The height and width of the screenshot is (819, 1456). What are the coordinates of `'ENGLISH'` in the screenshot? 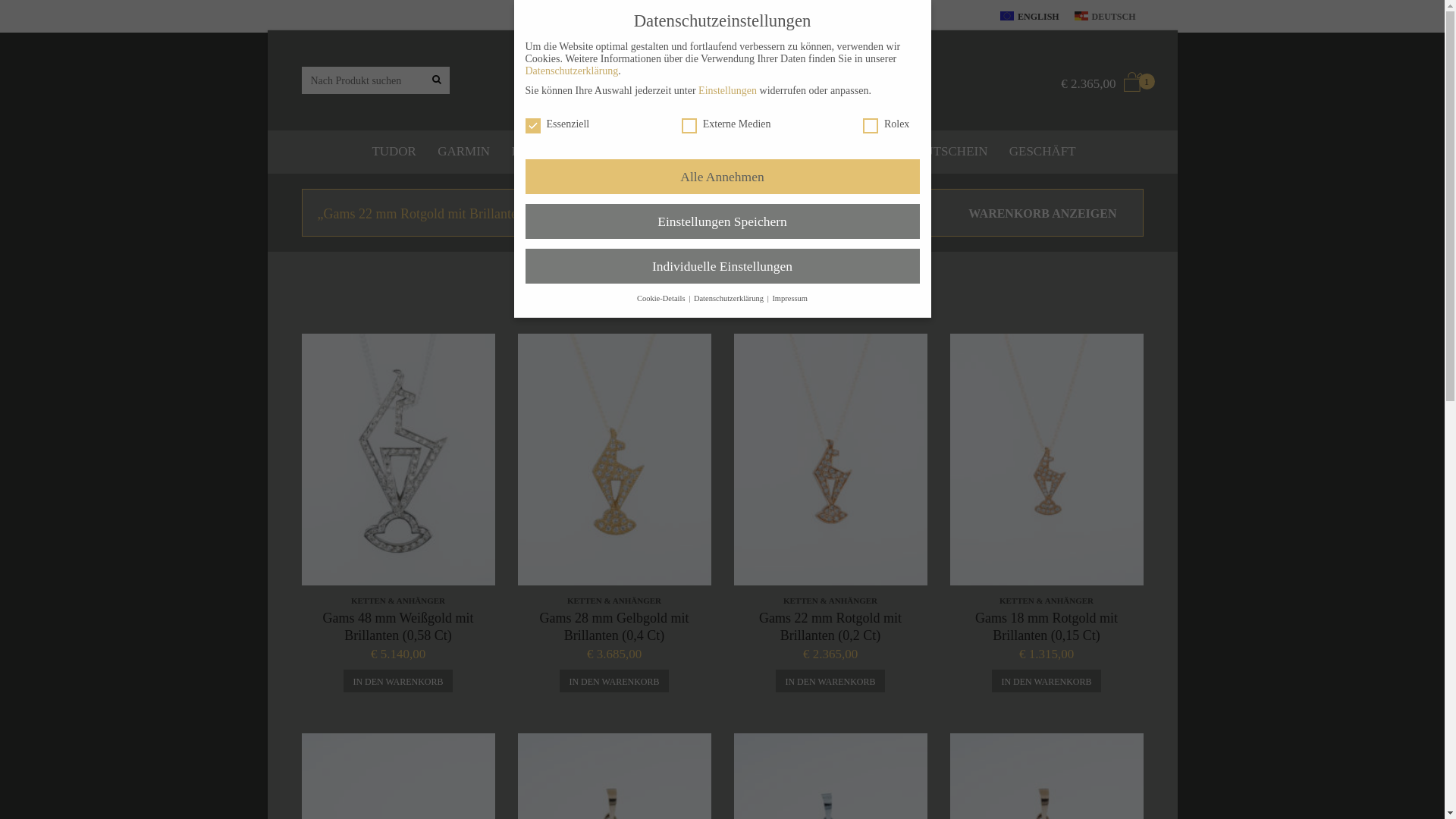 It's located at (1029, 16).